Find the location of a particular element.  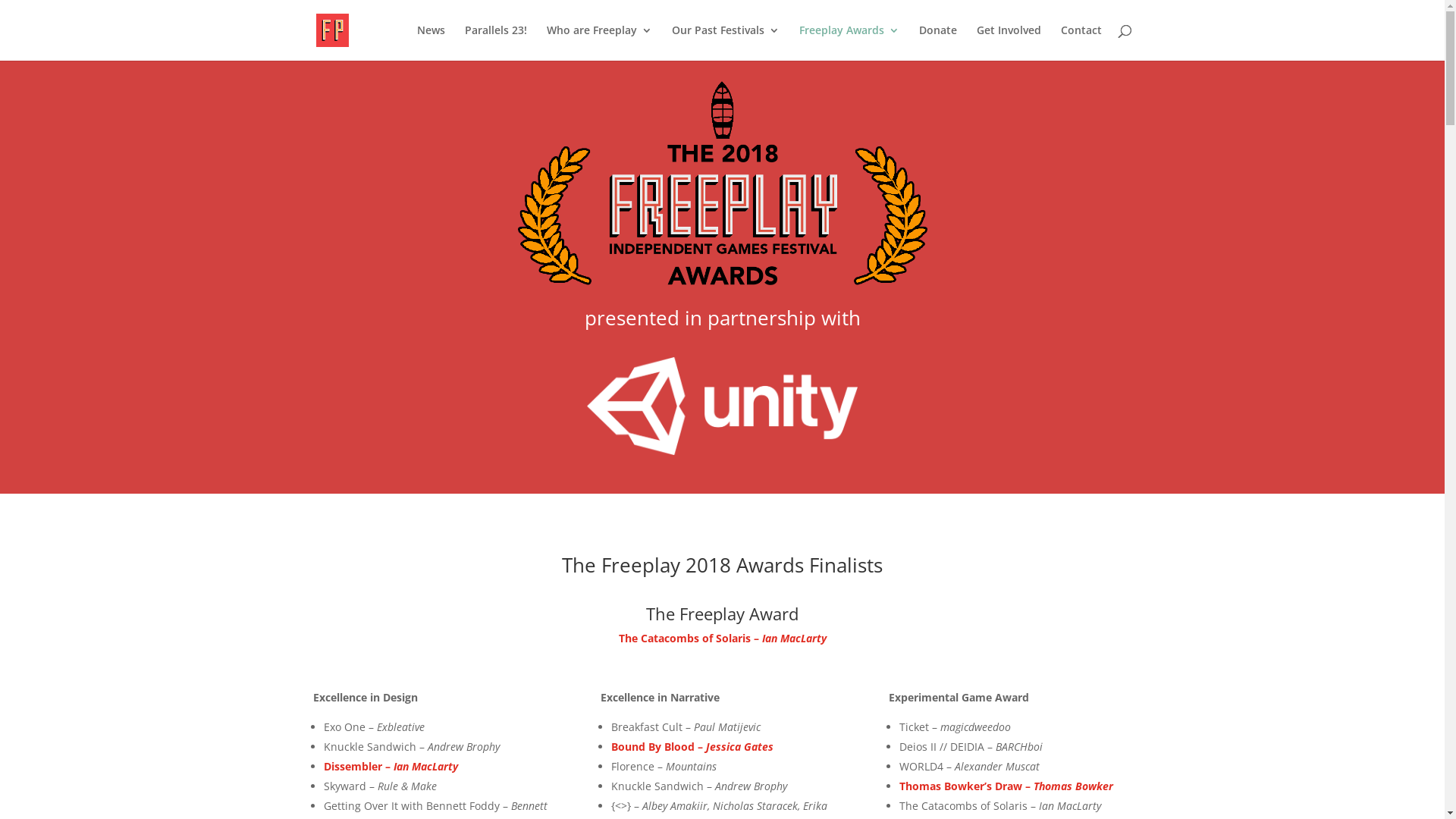

'Get Involved' is located at coordinates (976, 42).